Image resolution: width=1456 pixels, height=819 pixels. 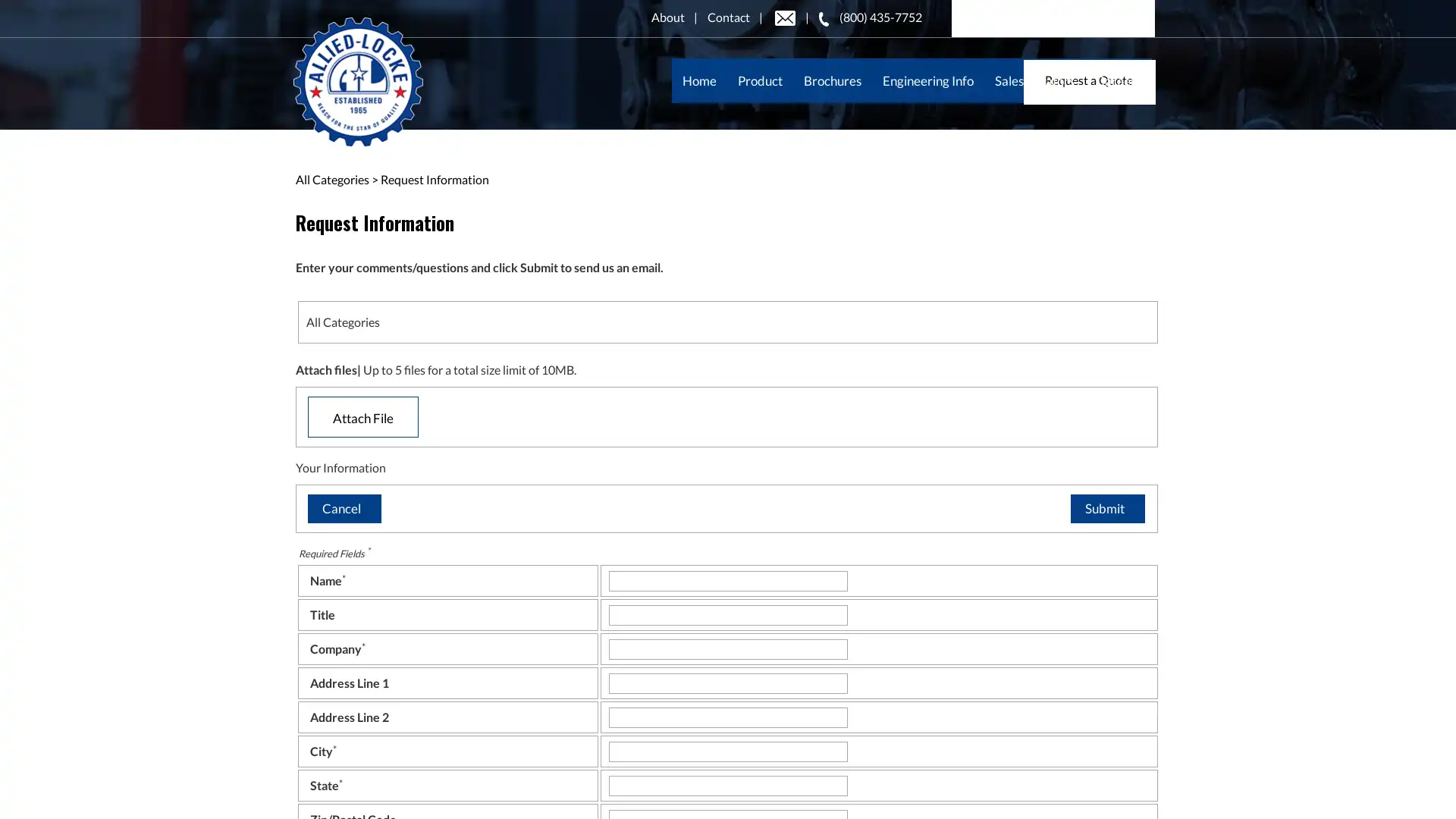 I want to click on Attach File No file chosen, Choose Files, so click(x=362, y=416).